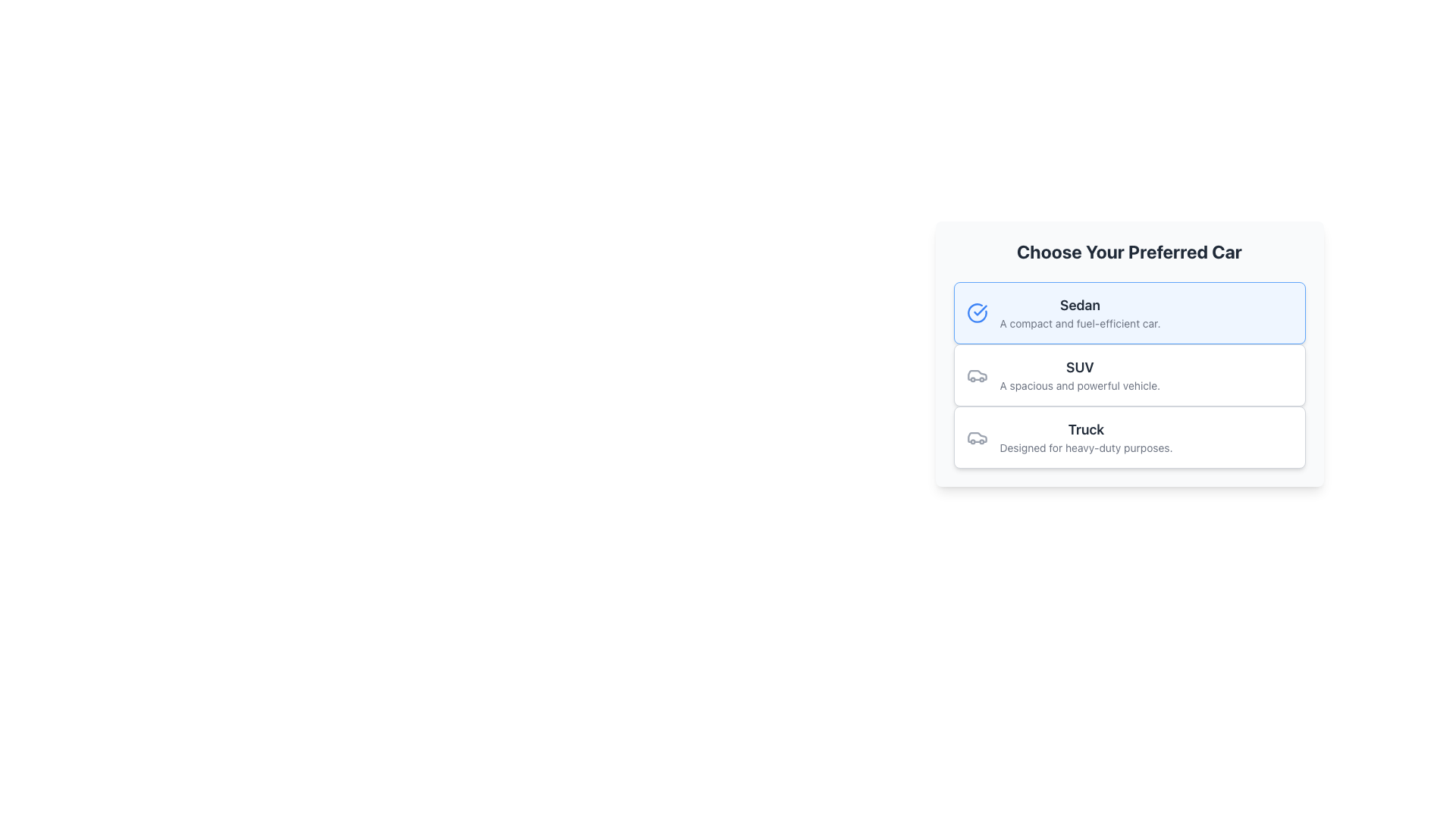  Describe the element at coordinates (1129, 353) in the screenshot. I see `the selectable option for 'SUV' in the choice menu` at that location.